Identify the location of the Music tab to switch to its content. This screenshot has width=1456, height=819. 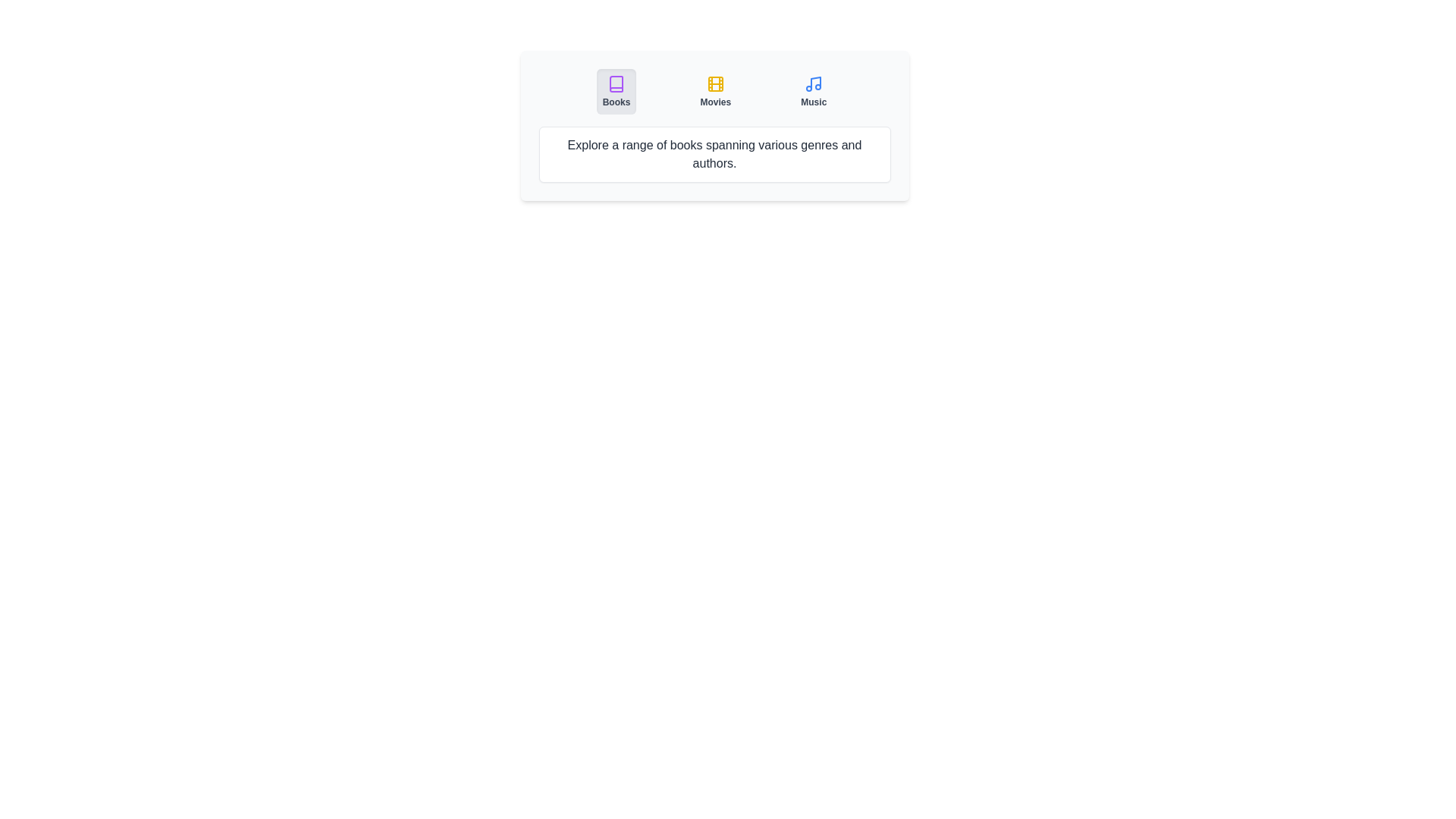
(813, 91).